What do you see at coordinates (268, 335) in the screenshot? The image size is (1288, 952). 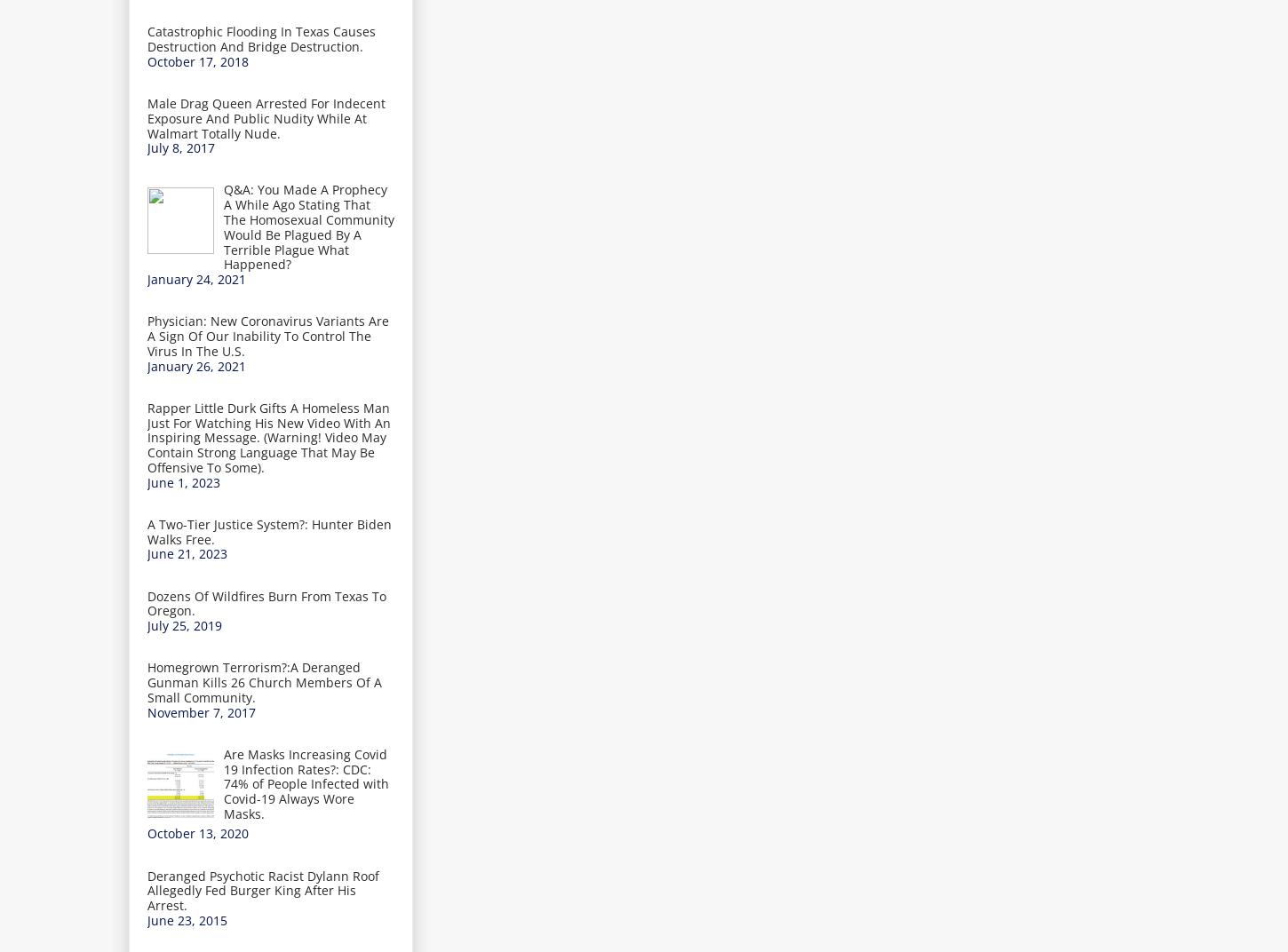 I see `'Physician: New Coronavirus Variants Are A Sign Of Our Inability To Control The Virus In The U.S.'` at bounding box center [268, 335].